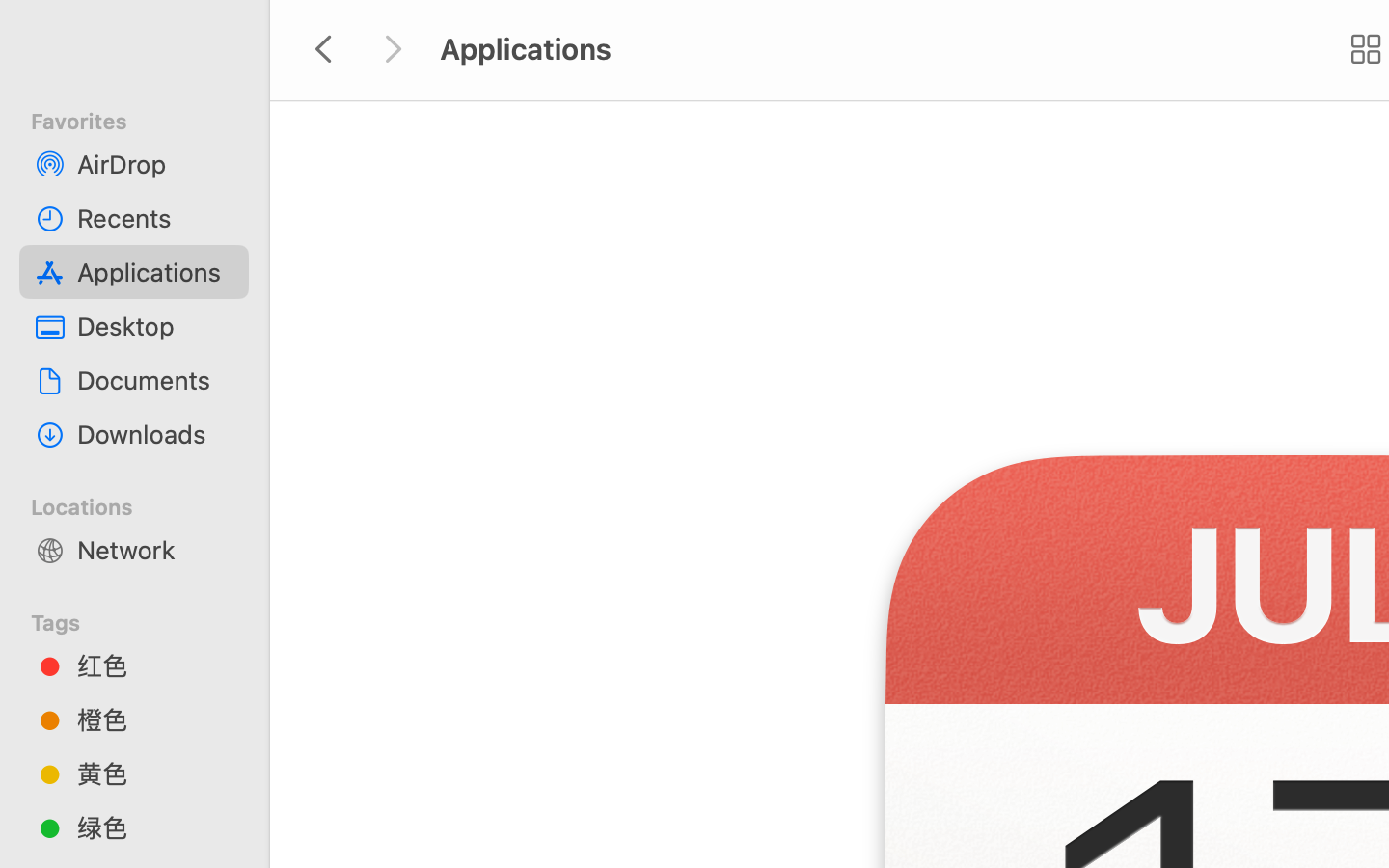 This screenshot has width=1389, height=868. Describe the element at coordinates (153, 326) in the screenshot. I see `'Desktop'` at that location.